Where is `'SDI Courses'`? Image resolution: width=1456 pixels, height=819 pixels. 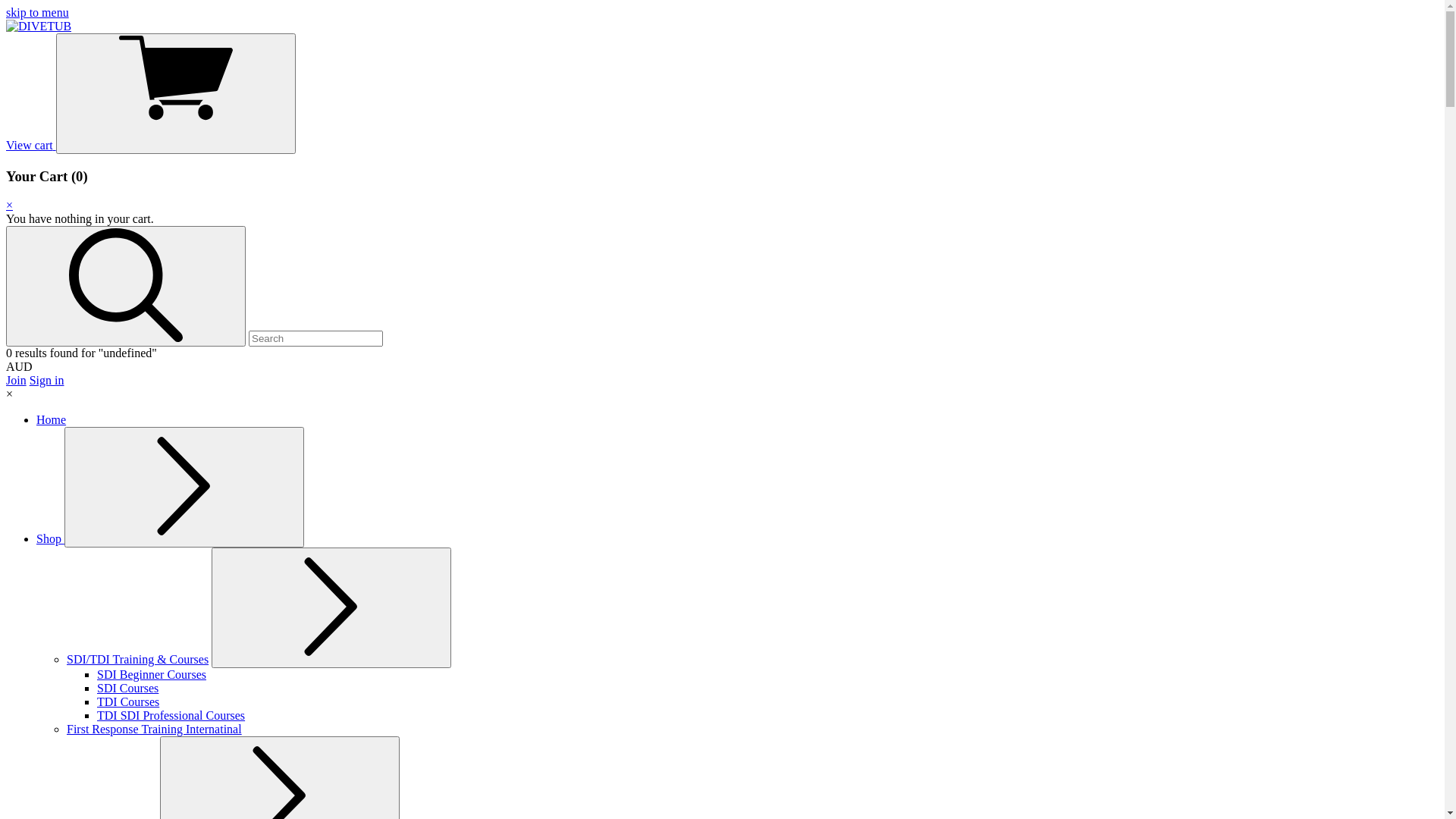
'SDI Courses' is located at coordinates (127, 688).